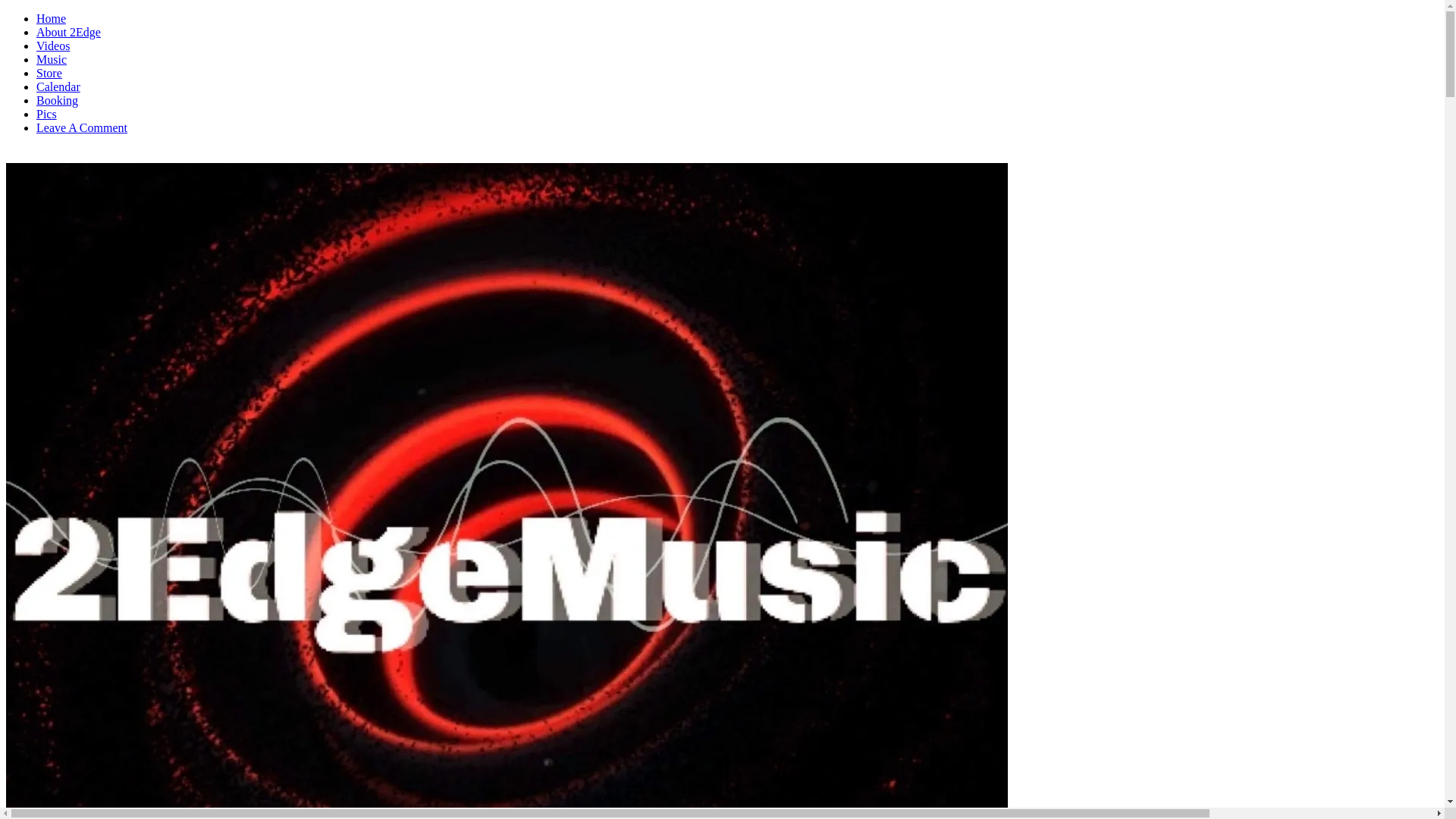 This screenshot has width=1456, height=819. What do you see at coordinates (51, 58) in the screenshot?
I see `'Music'` at bounding box center [51, 58].